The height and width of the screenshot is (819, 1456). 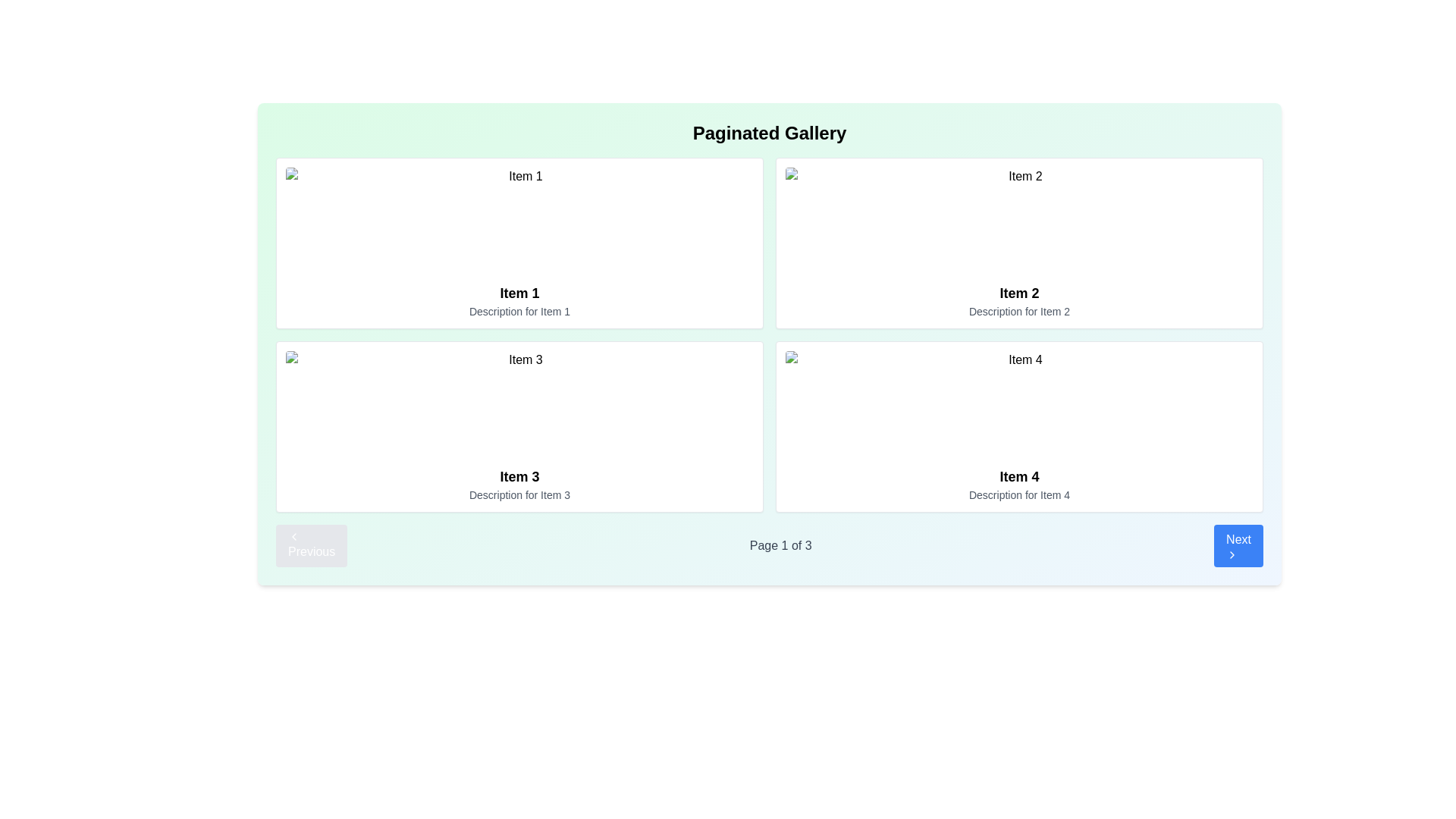 I want to click on the bold text label displaying 'Item 3', which is positioned in the upper central part of the third tile in a 2x2 grid layout, so click(x=519, y=475).